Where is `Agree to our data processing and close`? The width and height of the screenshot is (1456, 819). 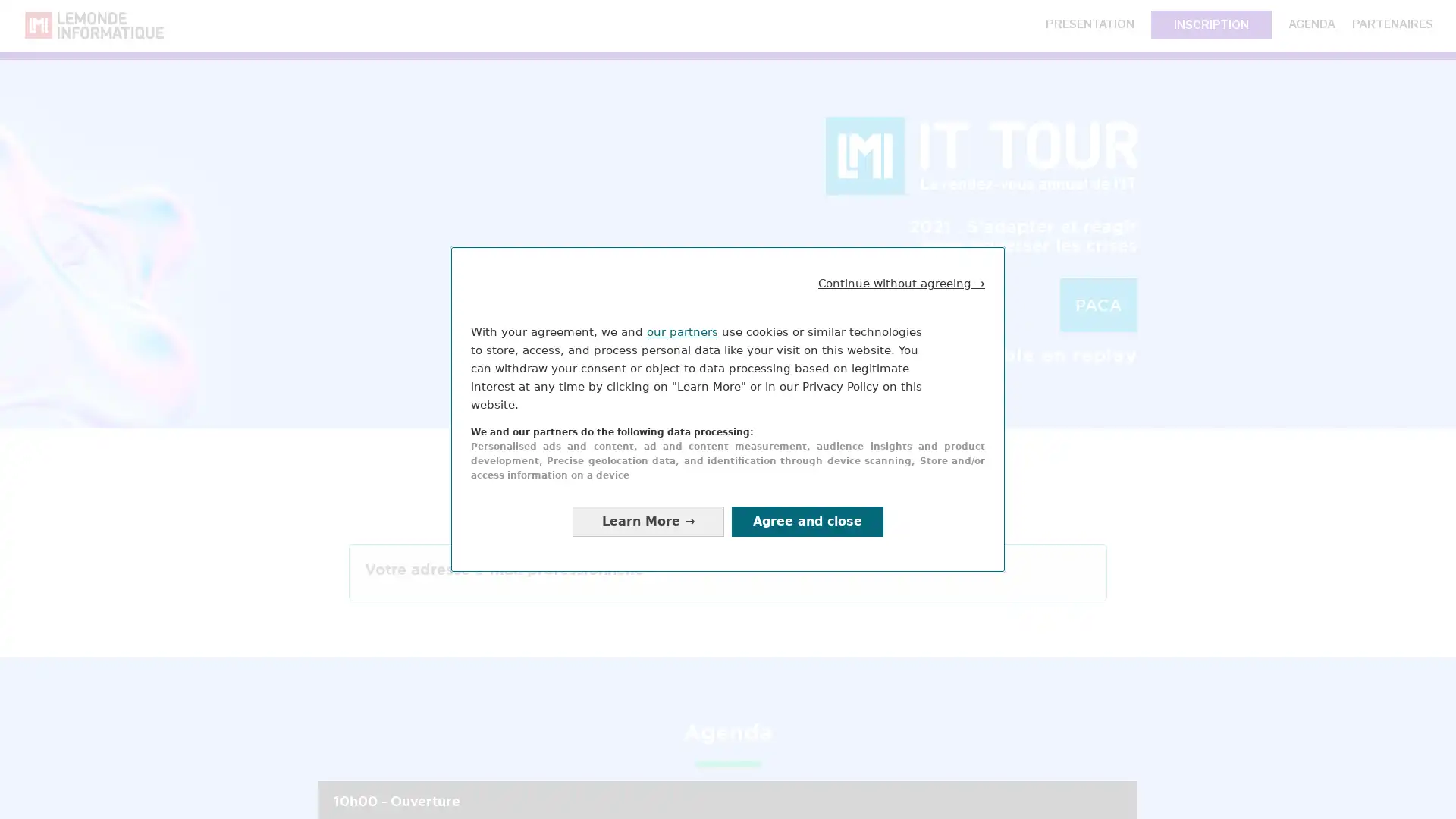 Agree to our data processing and close is located at coordinates (807, 520).